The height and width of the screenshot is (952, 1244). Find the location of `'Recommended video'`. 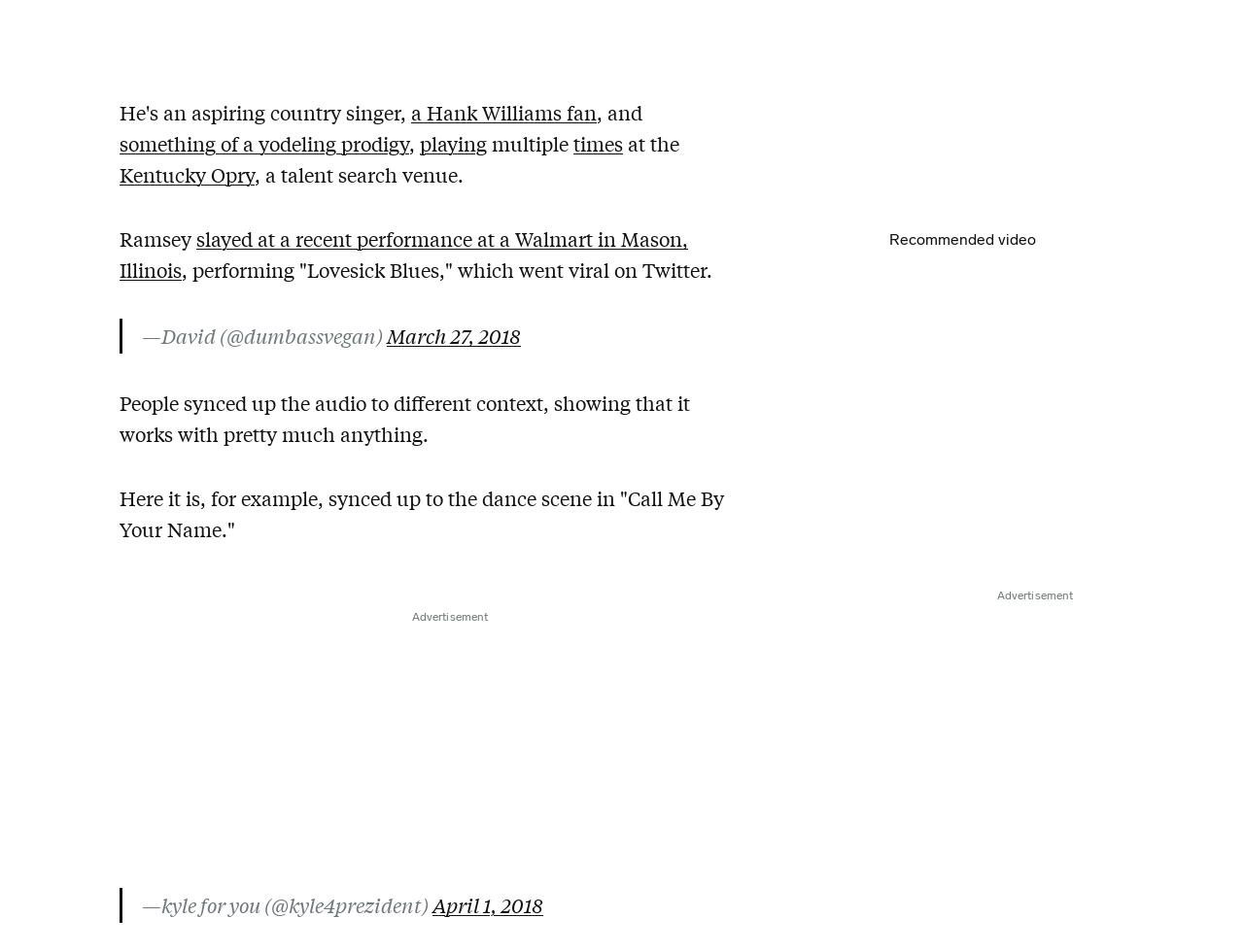

'Recommended video' is located at coordinates (887, 239).